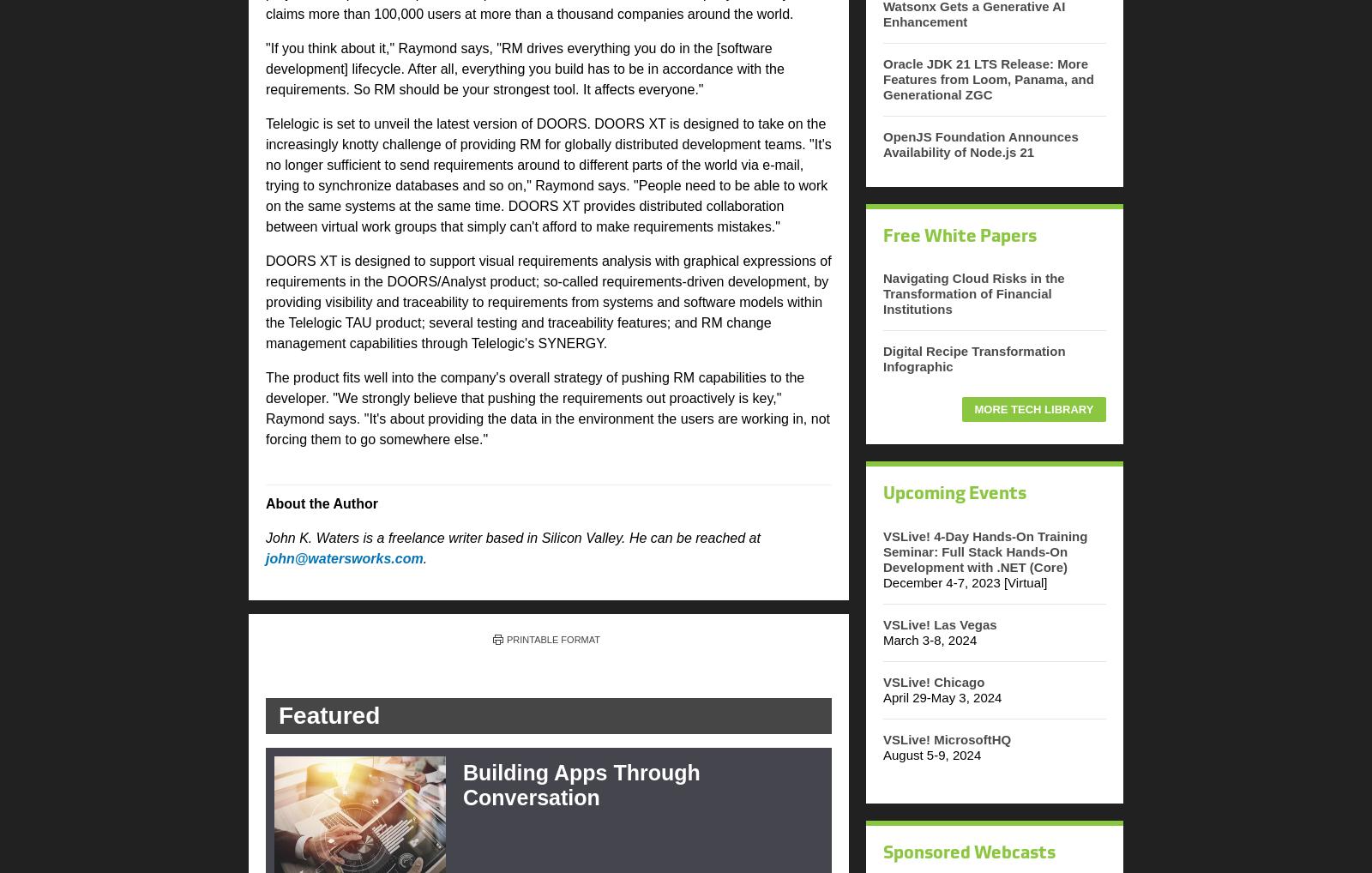 The height and width of the screenshot is (873, 1372). Describe the element at coordinates (954, 495) in the screenshot. I see `'Upcoming Events'` at that location.